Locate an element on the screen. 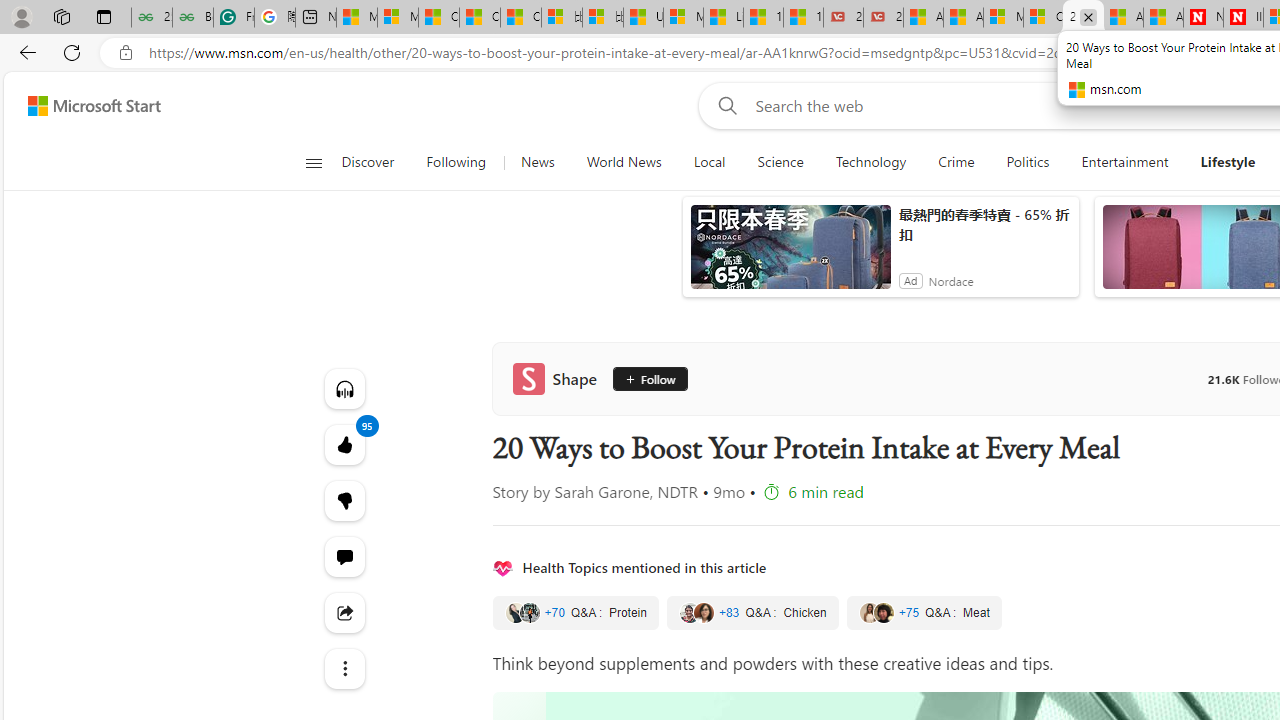  'Free AI Writing Assistance for Students | Grammarly' is located at coordinates (233, 17).